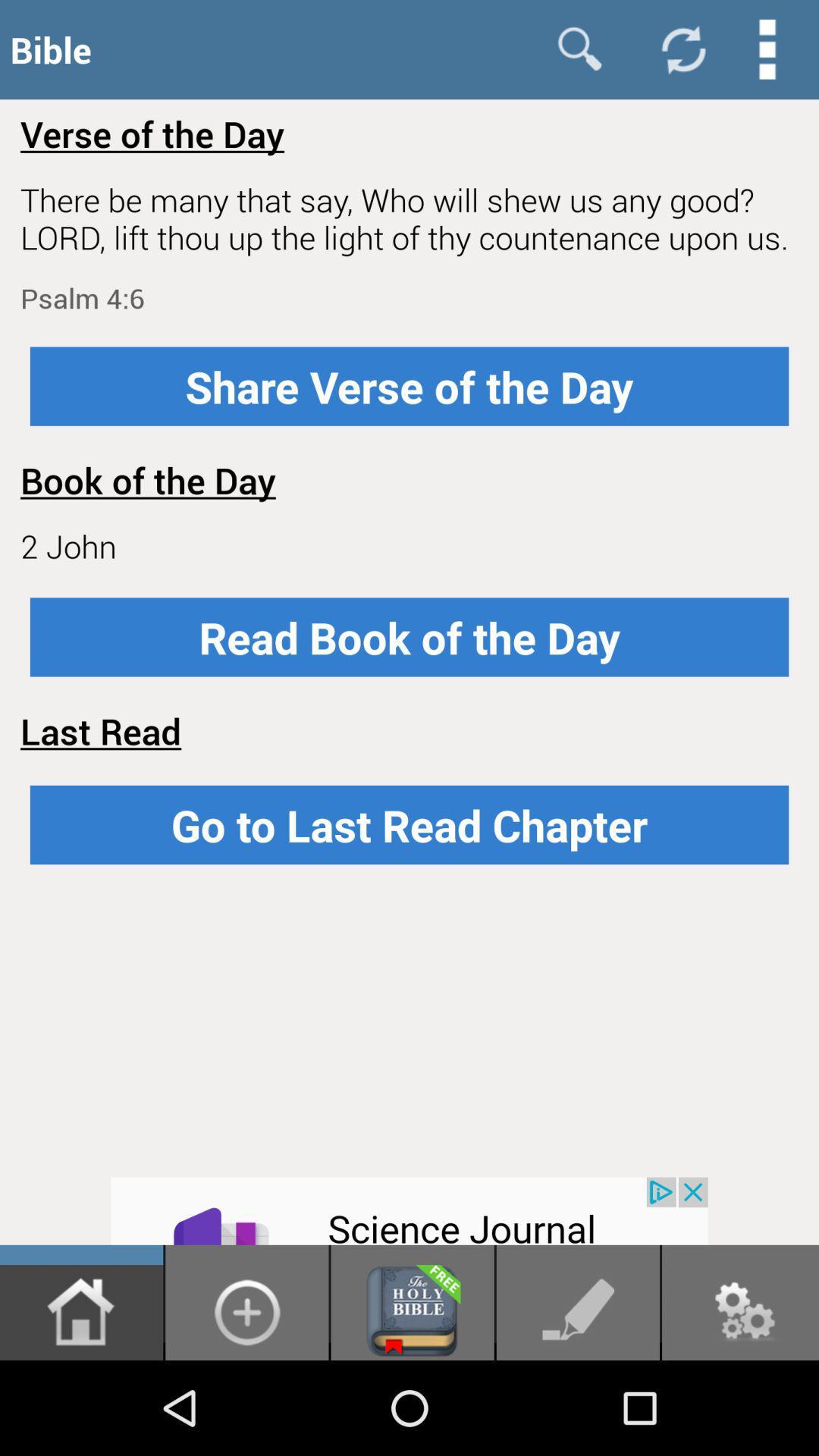 This screenshot has width=819, height=1456. Describe the element at coordinates (81, 1404) in the screenshot. I see `the home icon` at that location.